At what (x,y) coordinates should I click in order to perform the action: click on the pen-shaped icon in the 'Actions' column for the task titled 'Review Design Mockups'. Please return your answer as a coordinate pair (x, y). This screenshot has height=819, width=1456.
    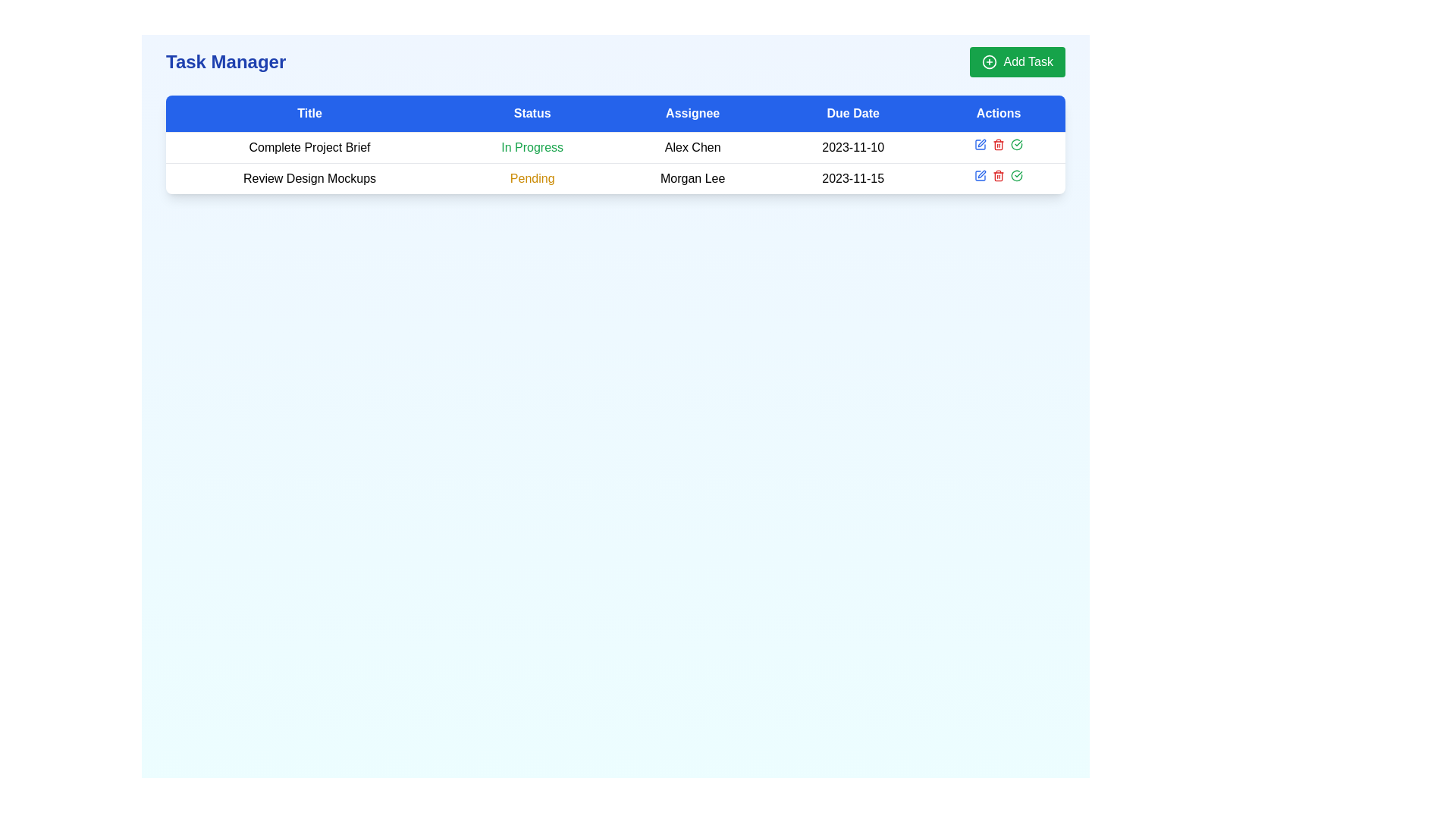
    Looking at the image, I should click on (982, 174).